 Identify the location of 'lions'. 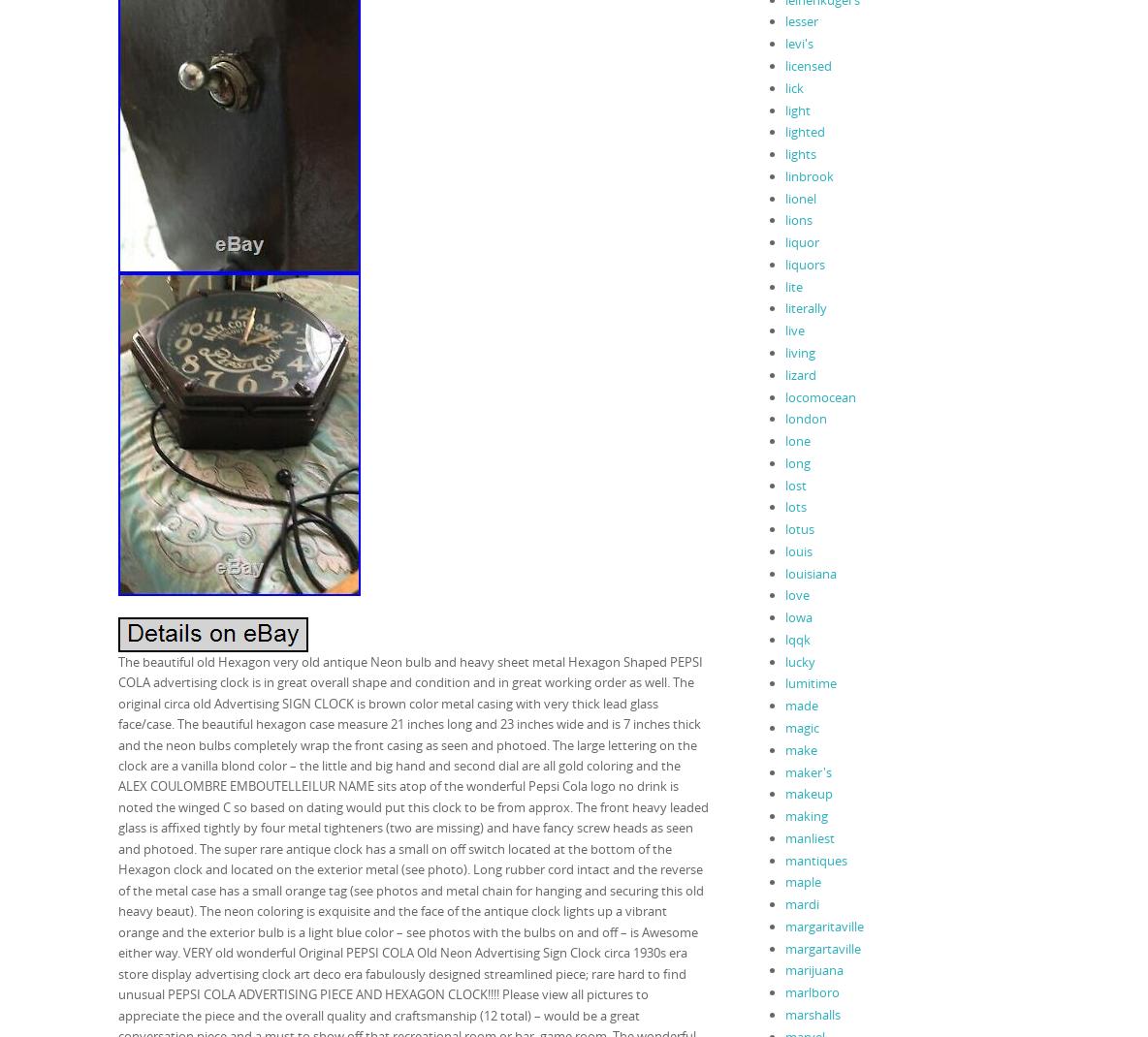
(797, 218).